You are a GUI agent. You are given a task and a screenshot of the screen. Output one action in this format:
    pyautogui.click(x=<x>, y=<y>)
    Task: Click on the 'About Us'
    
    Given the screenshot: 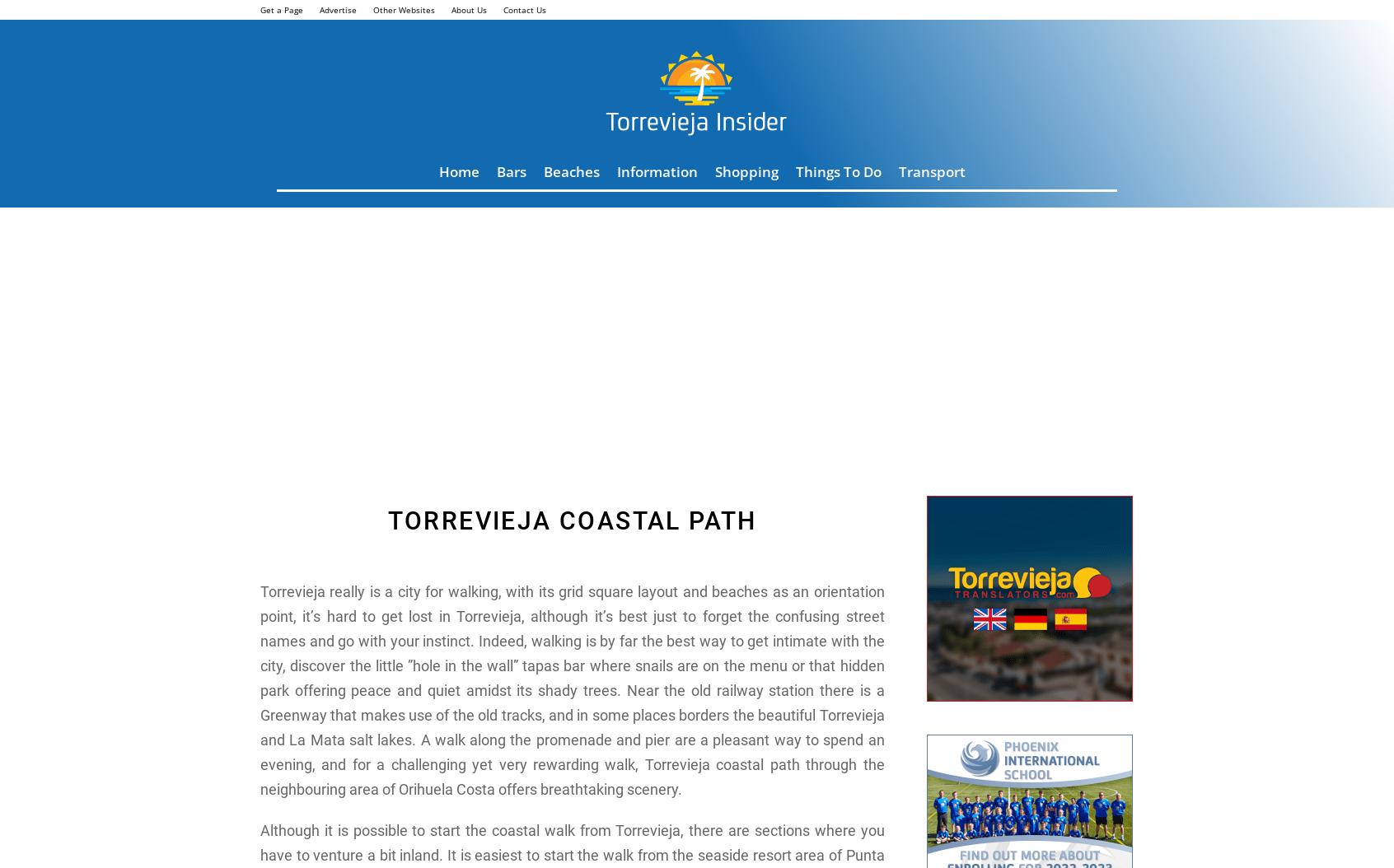 What is the action you would take?
    pyautogui.click(x=468, y=10)
    